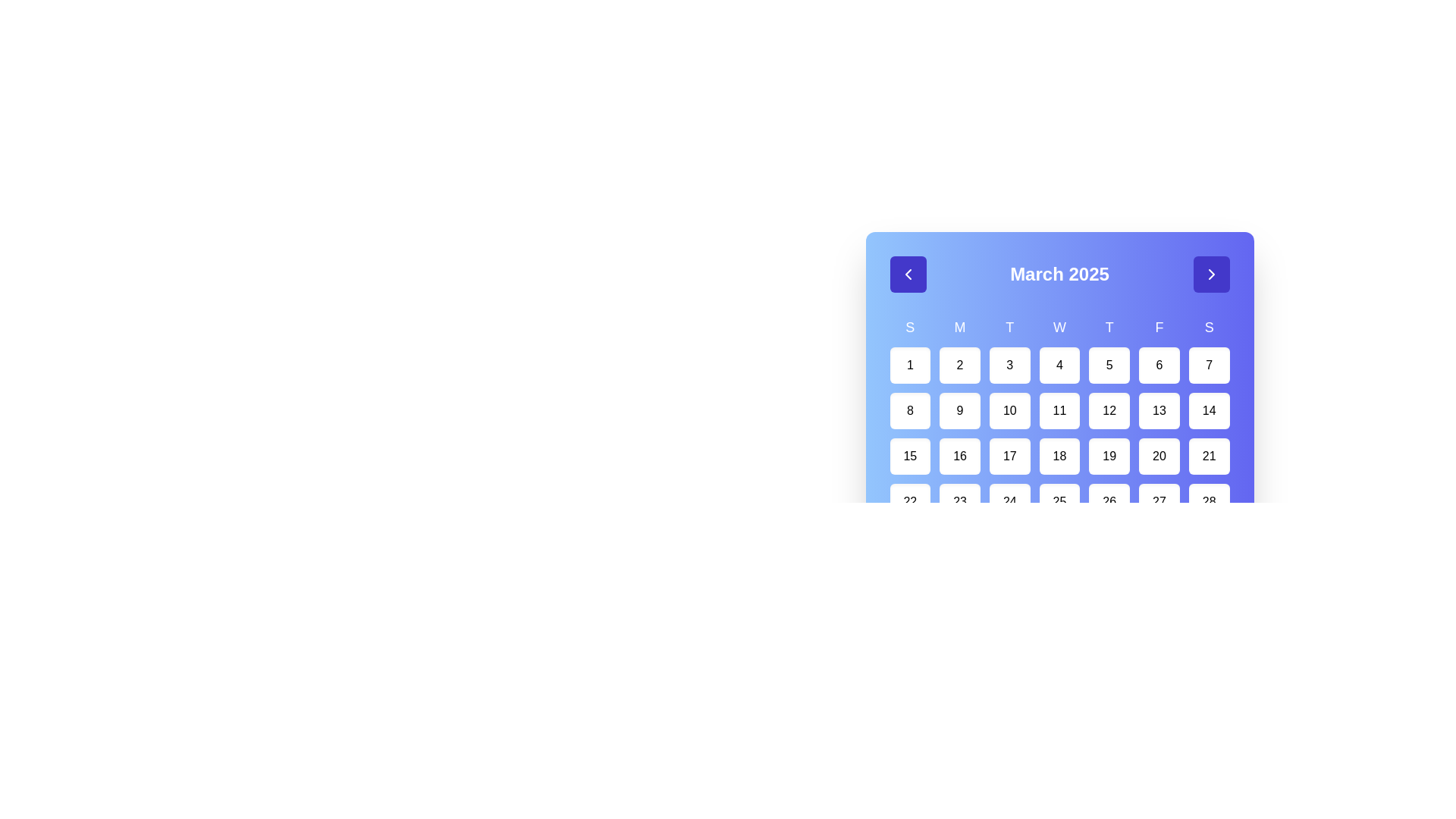 This screenshot has height=819, width=1456. What do you see at coordinates (910, 366) in the screenshot?
I see `the calendar day button styled with a white background and containing the number '1'` at bounding box center [910, 366].